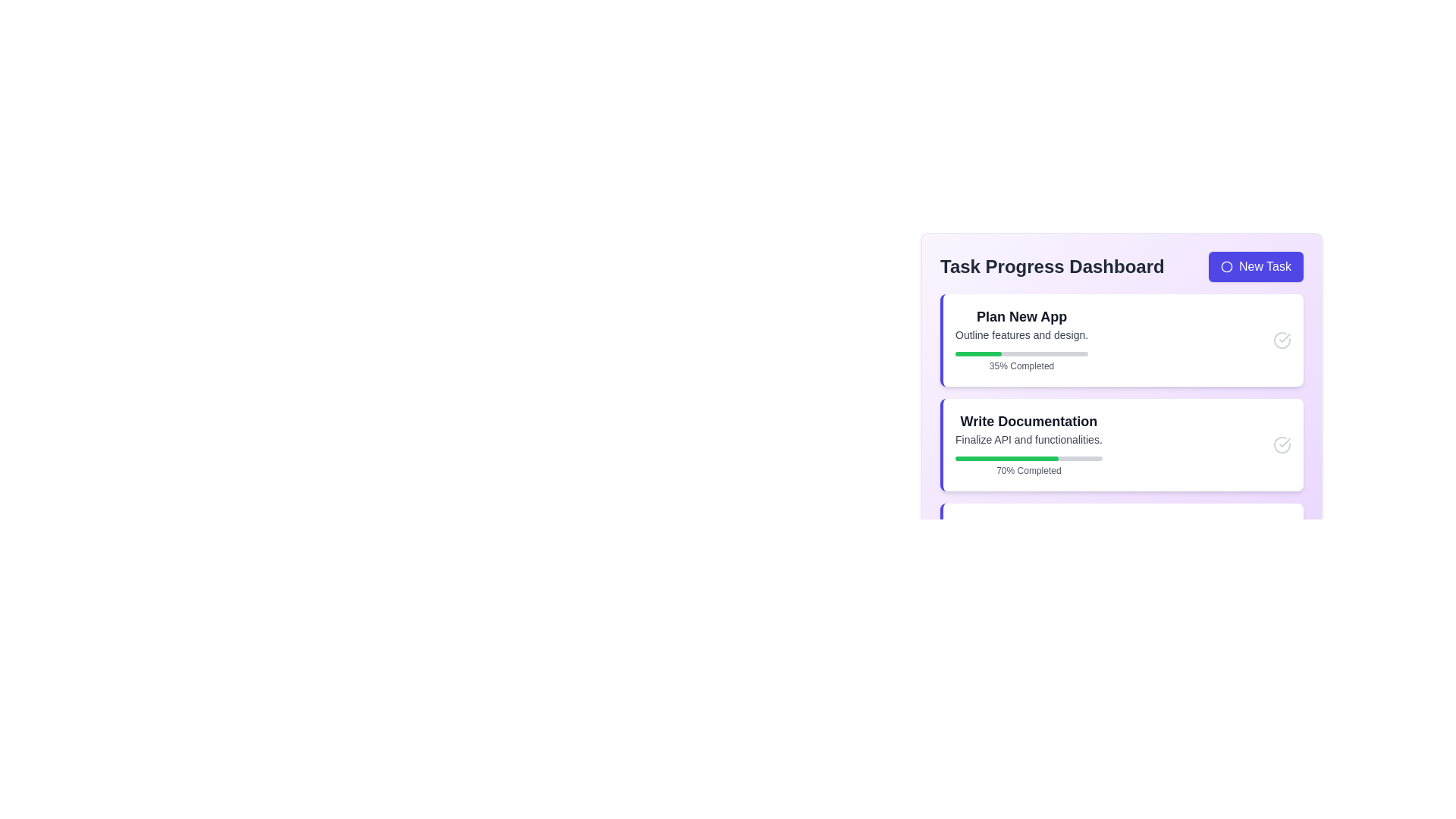 This screenshot has width=1456, height=819. What do you see at coordinates (1021, 334) in the screenshot?
I see `the Text Label element that reads 'Outline features and design.', which is positioned below the title 'Plan New App'` at bounding box center [1021, 334].